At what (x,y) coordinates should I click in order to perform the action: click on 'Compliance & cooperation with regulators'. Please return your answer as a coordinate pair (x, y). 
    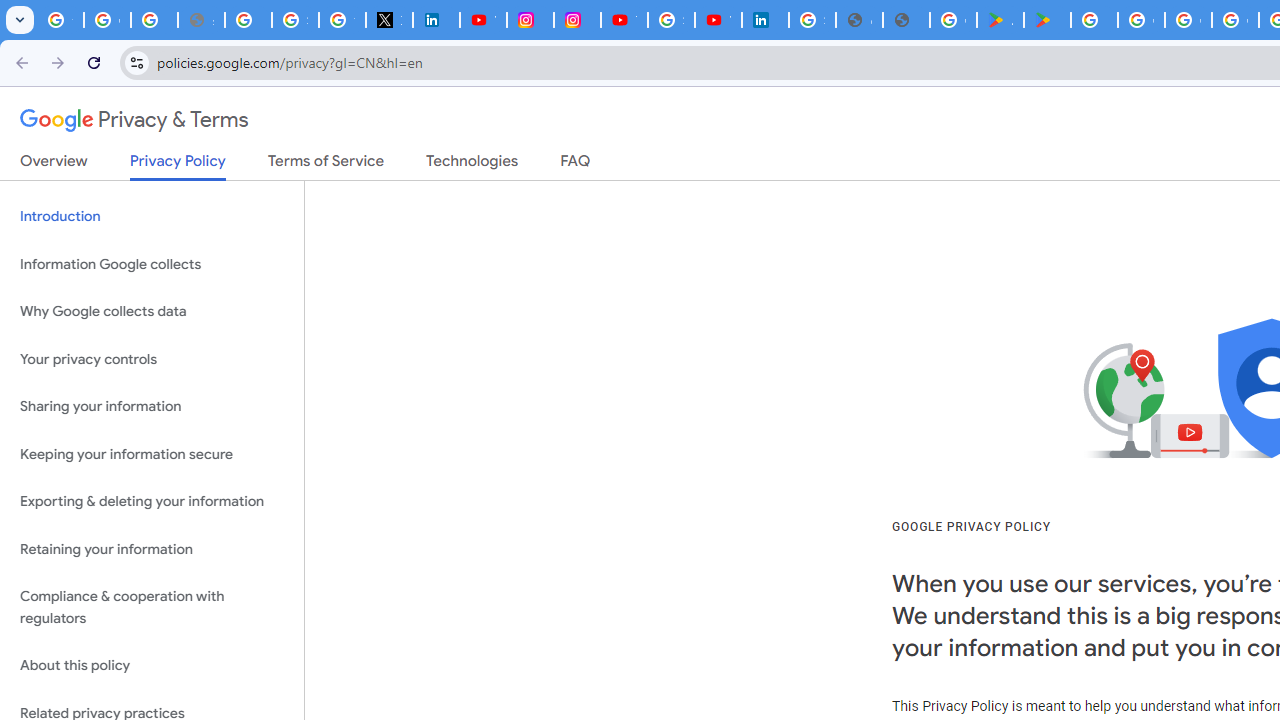
    Looking at the image, I should click on (151, 607).